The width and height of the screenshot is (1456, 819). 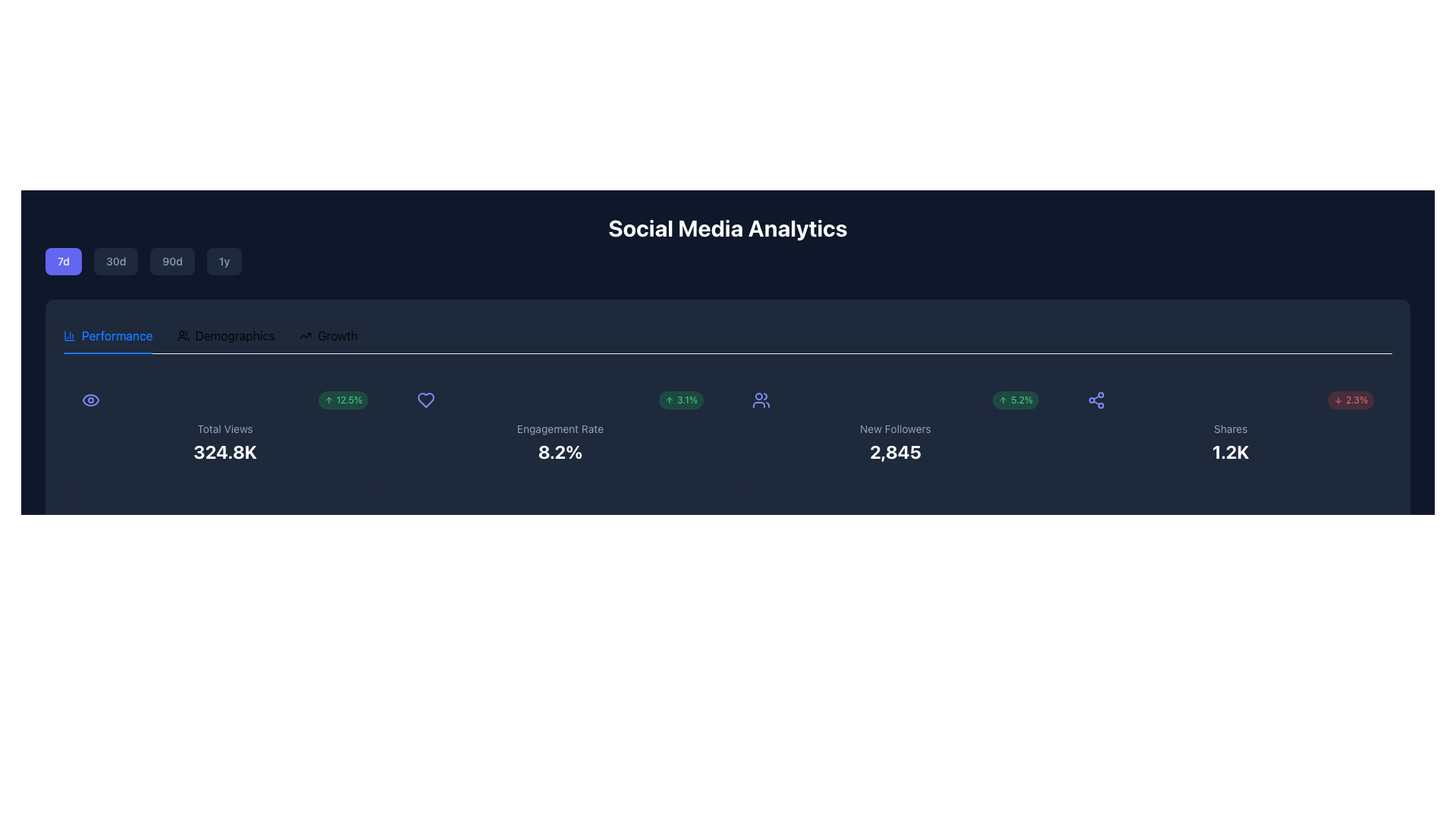 I want to click on the Card displaying the engagement rate metric summary, which is the second card in a grid layout, positioned between 'Total Views' and 'New Followers', so click(x=560, y=427).